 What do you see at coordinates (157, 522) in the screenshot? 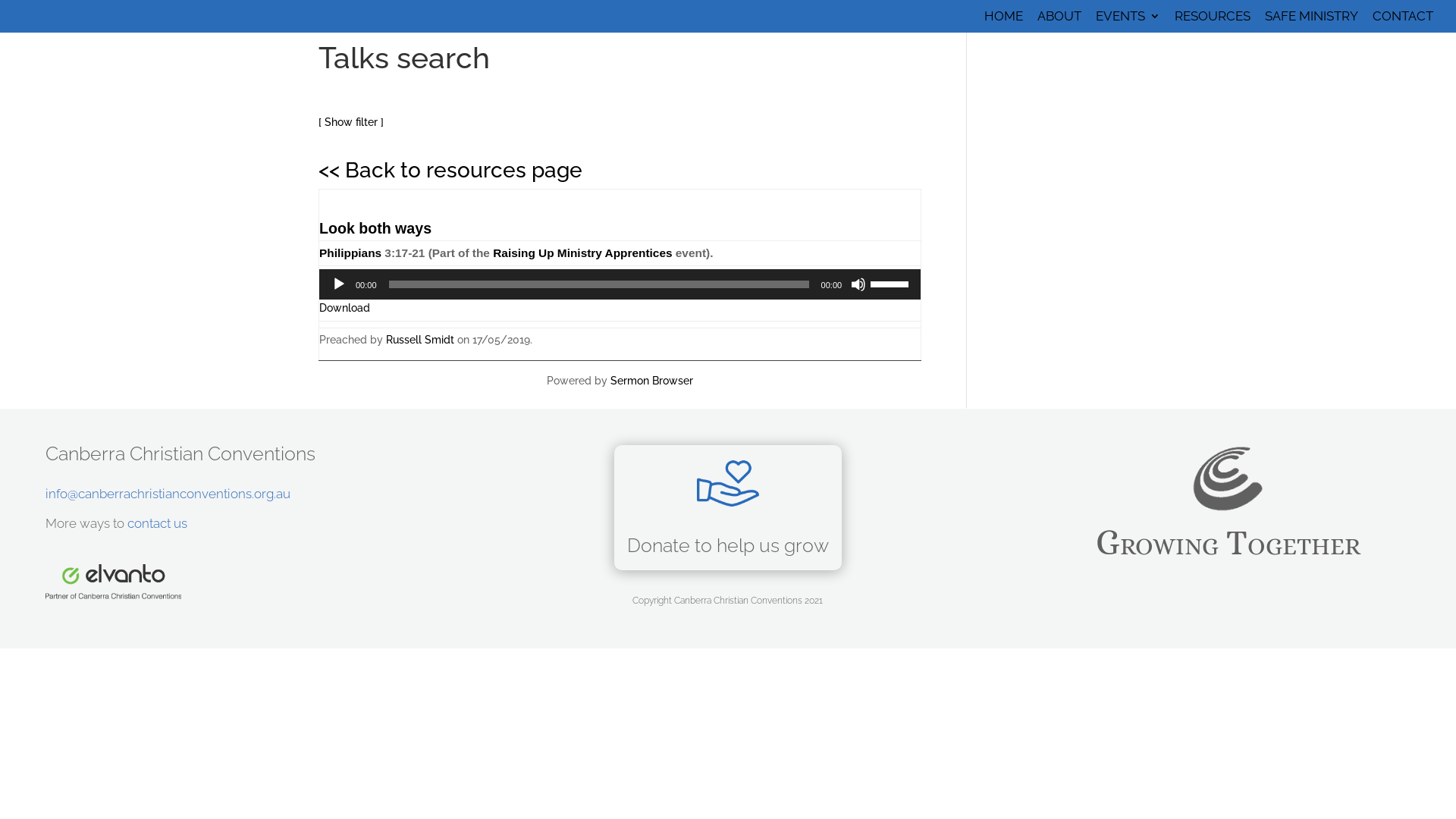
I see `'contact us'` at bounding box center [157, 522].